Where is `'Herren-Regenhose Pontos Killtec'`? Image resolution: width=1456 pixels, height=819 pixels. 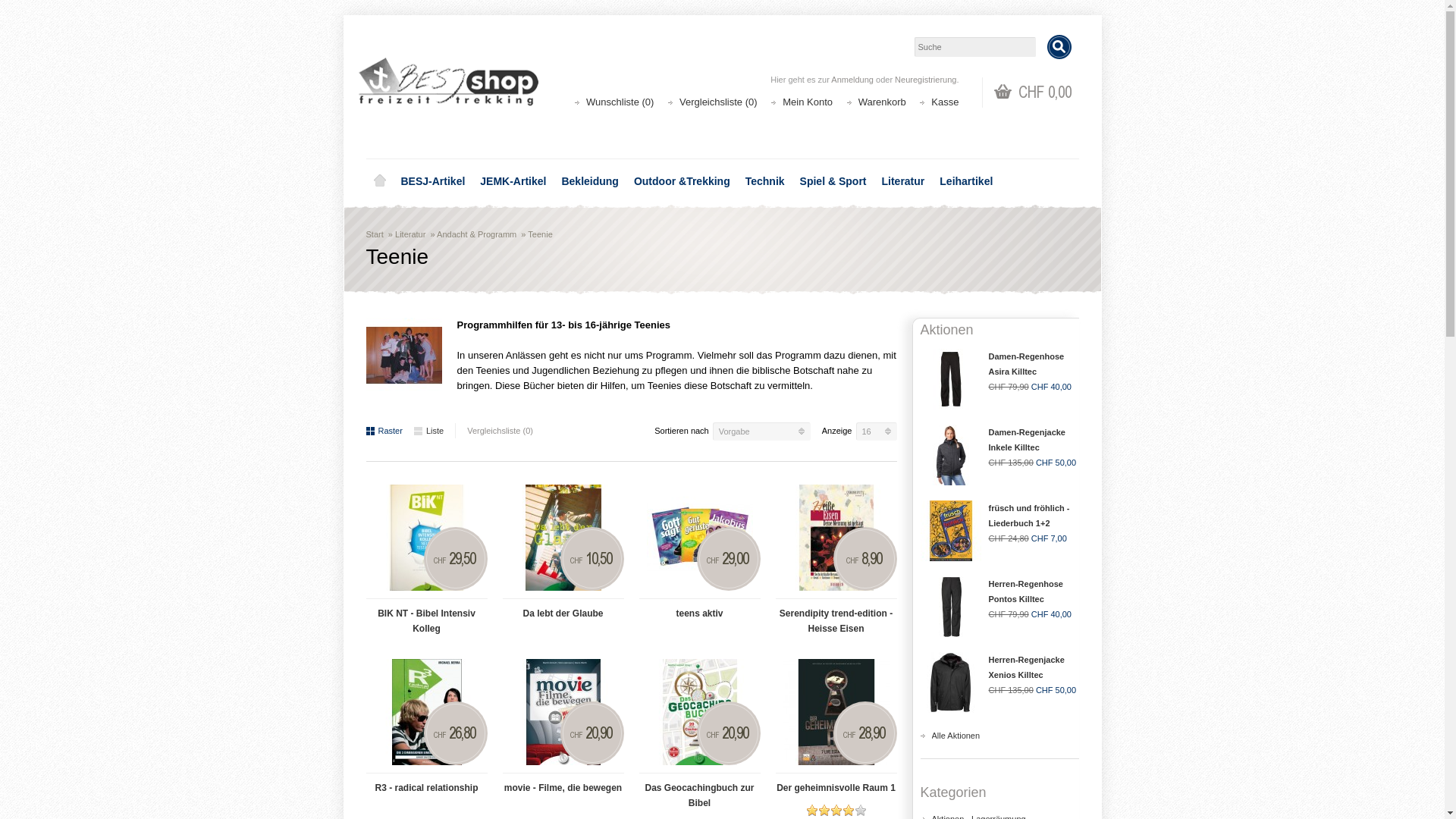
'Herren-Regenhose Pontos Killtec' is located at coordinates (1026, 590).